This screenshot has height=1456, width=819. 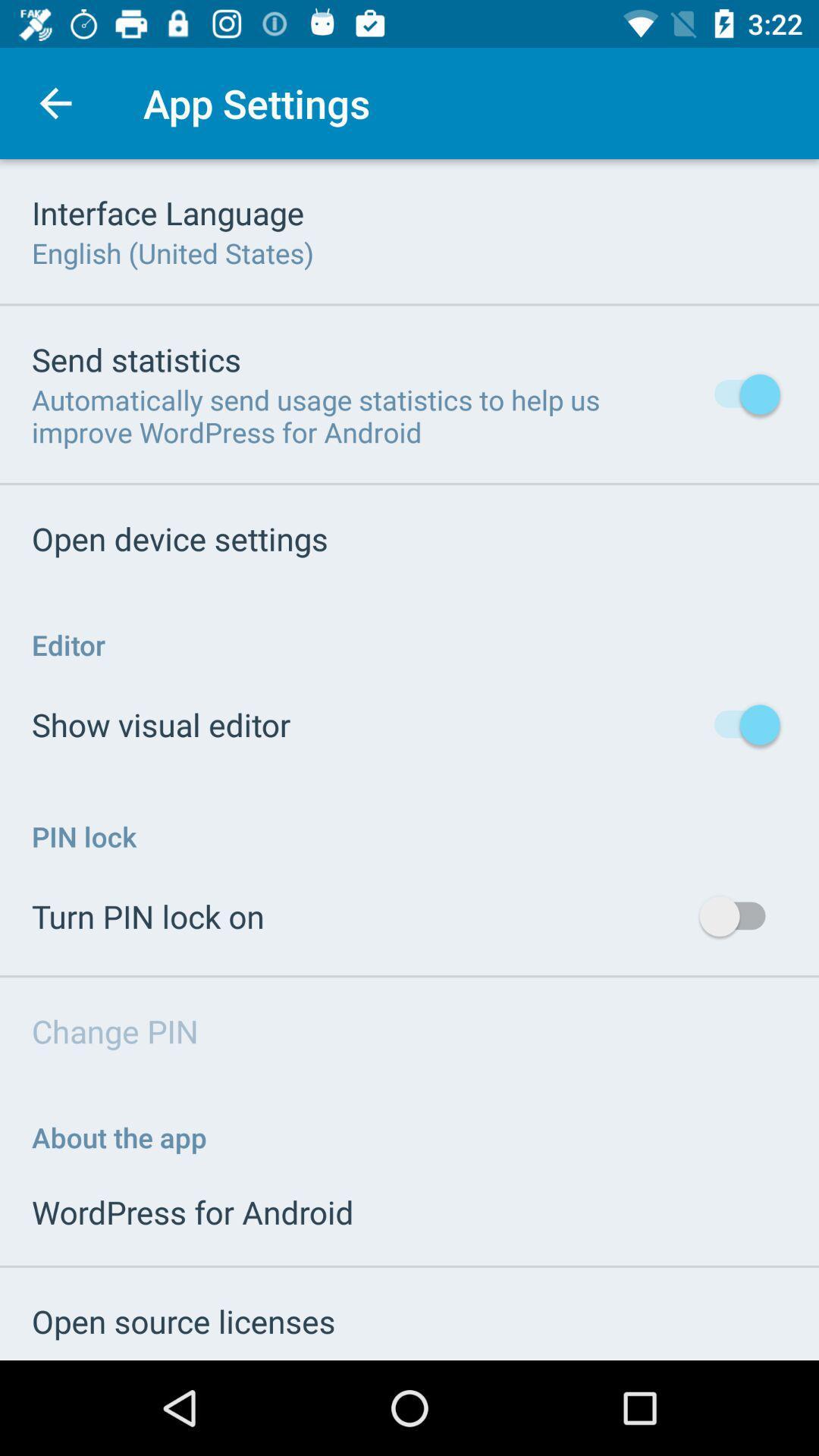 I want to click on change pin icon, so click(x=114, y=1031).